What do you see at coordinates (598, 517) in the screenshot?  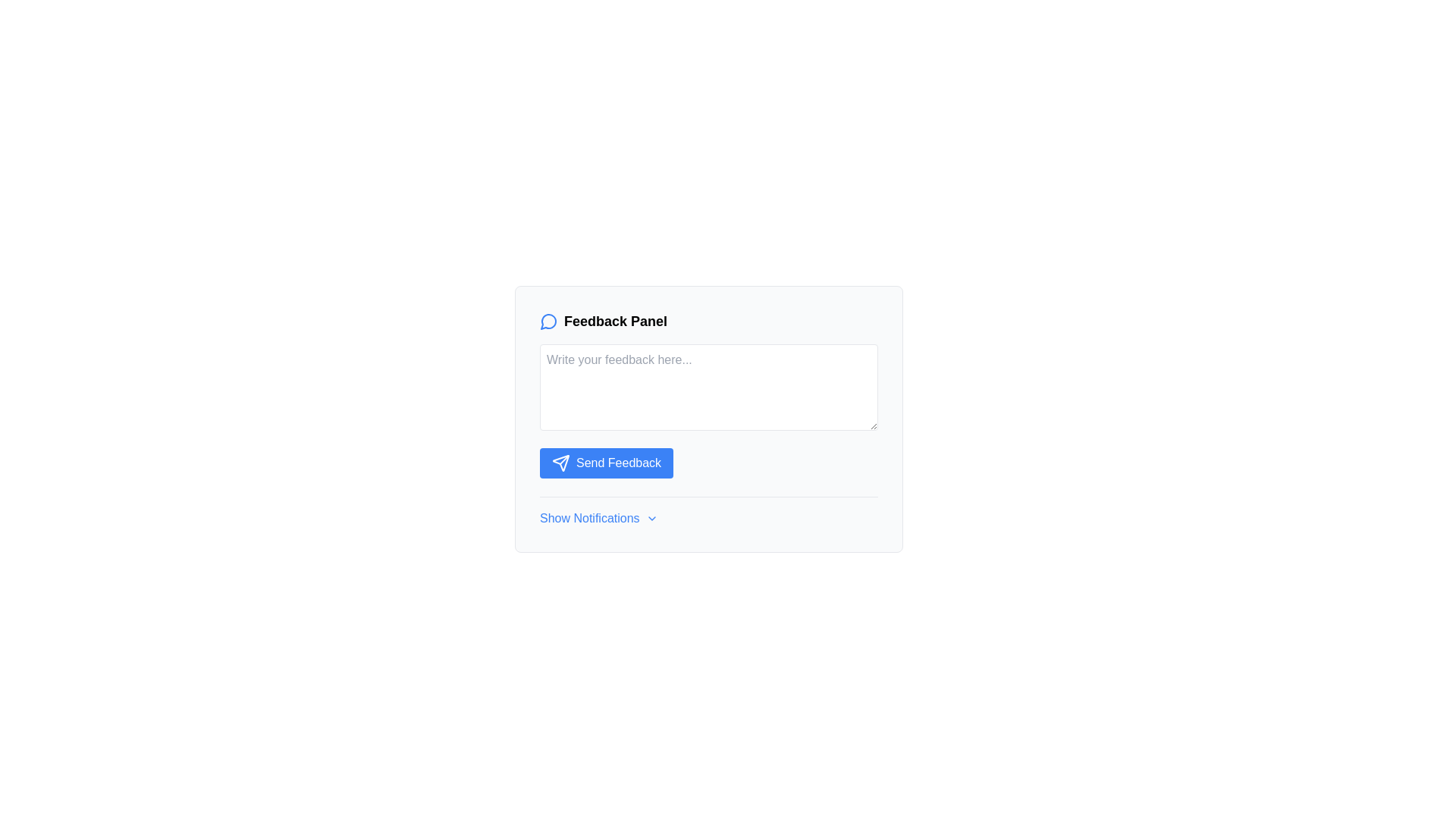 I see `the blue, underlined text 'Show Notifications' with a downward chevron icon` at bounding box center [598, 517].